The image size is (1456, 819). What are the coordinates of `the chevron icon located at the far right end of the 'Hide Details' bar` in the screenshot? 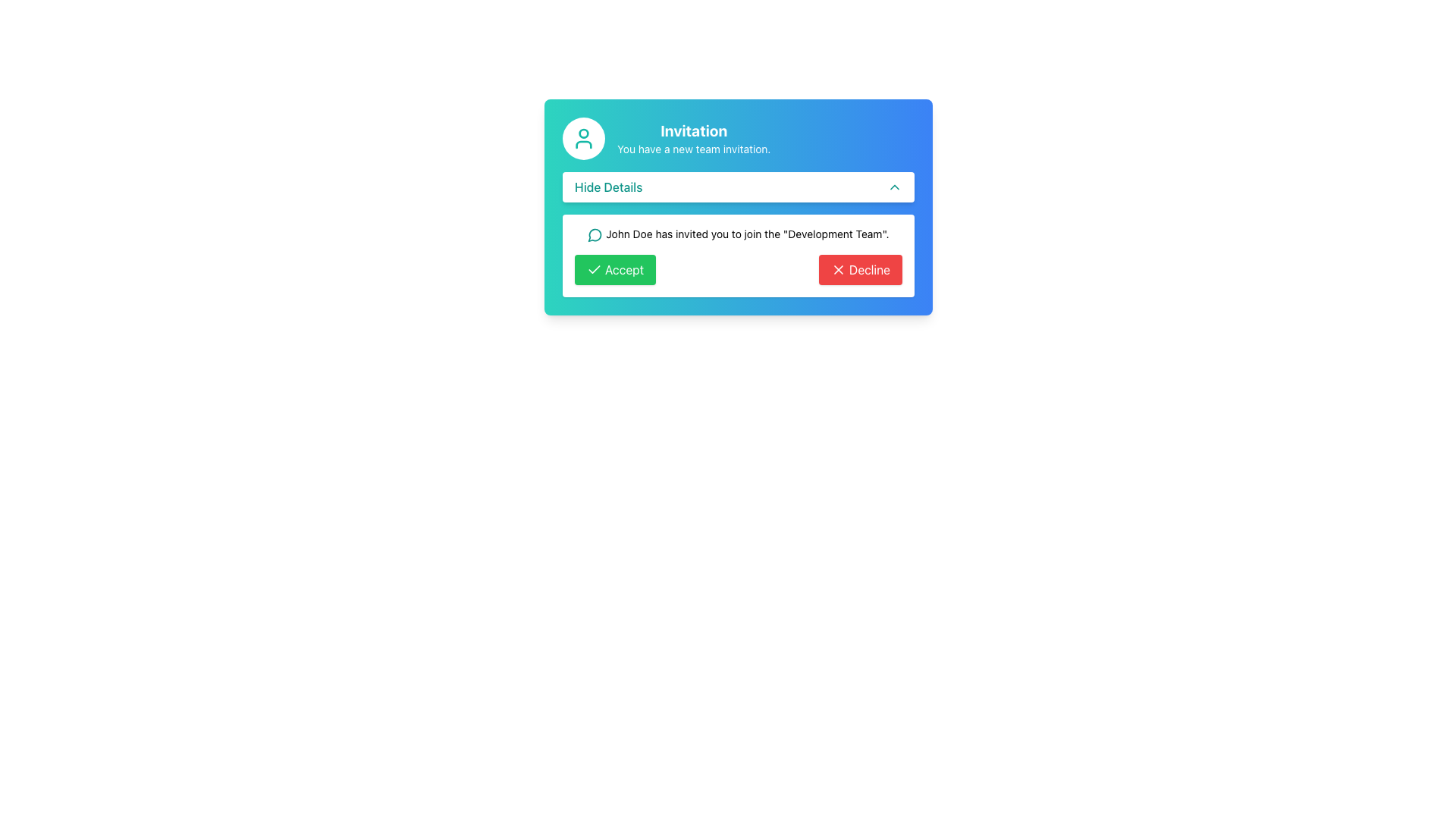 It's located at (895, 186).